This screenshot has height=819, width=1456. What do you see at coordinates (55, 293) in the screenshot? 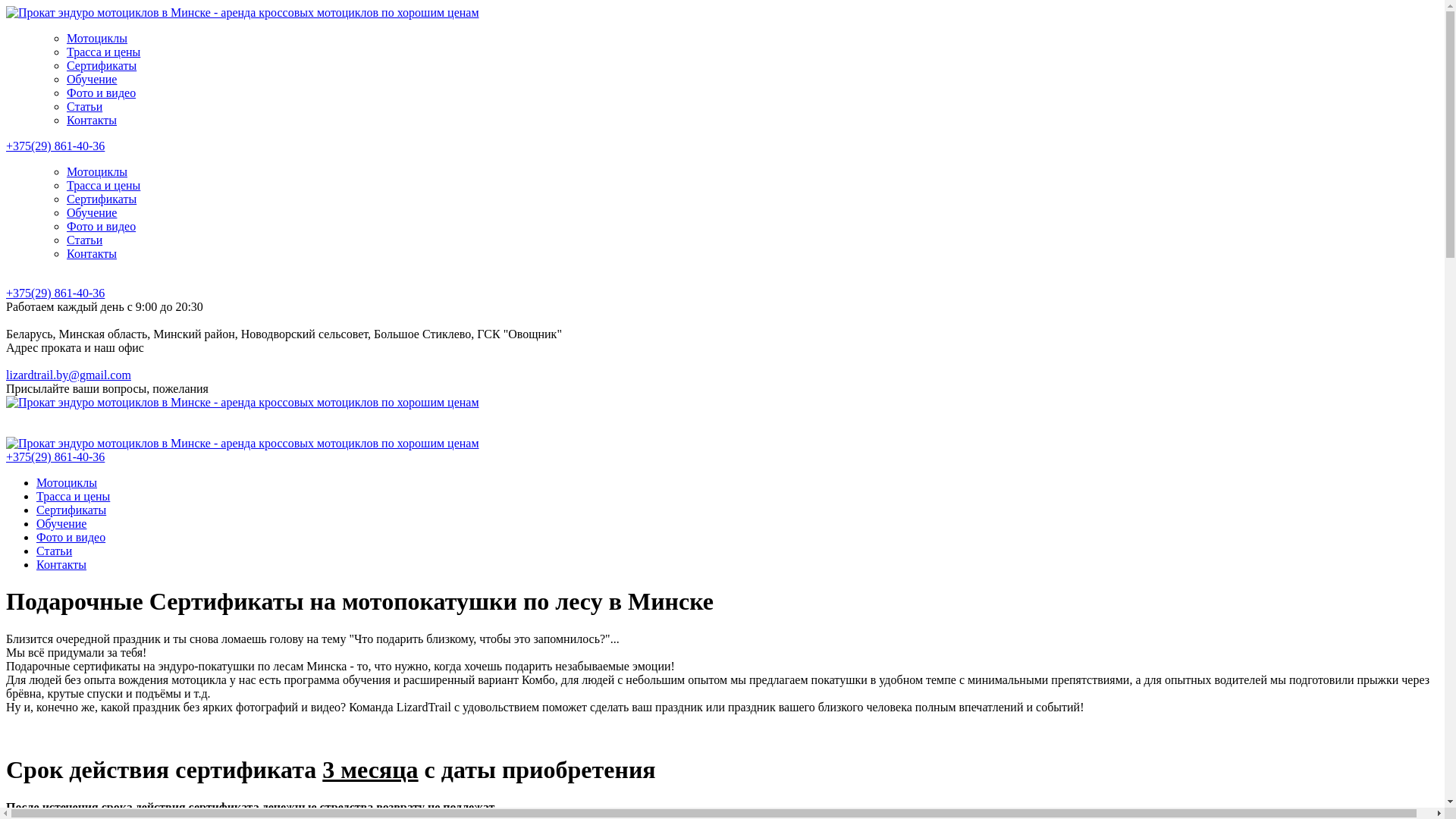
I see `'+375(29) 861-40-36'` at bounding box center [55, 293].